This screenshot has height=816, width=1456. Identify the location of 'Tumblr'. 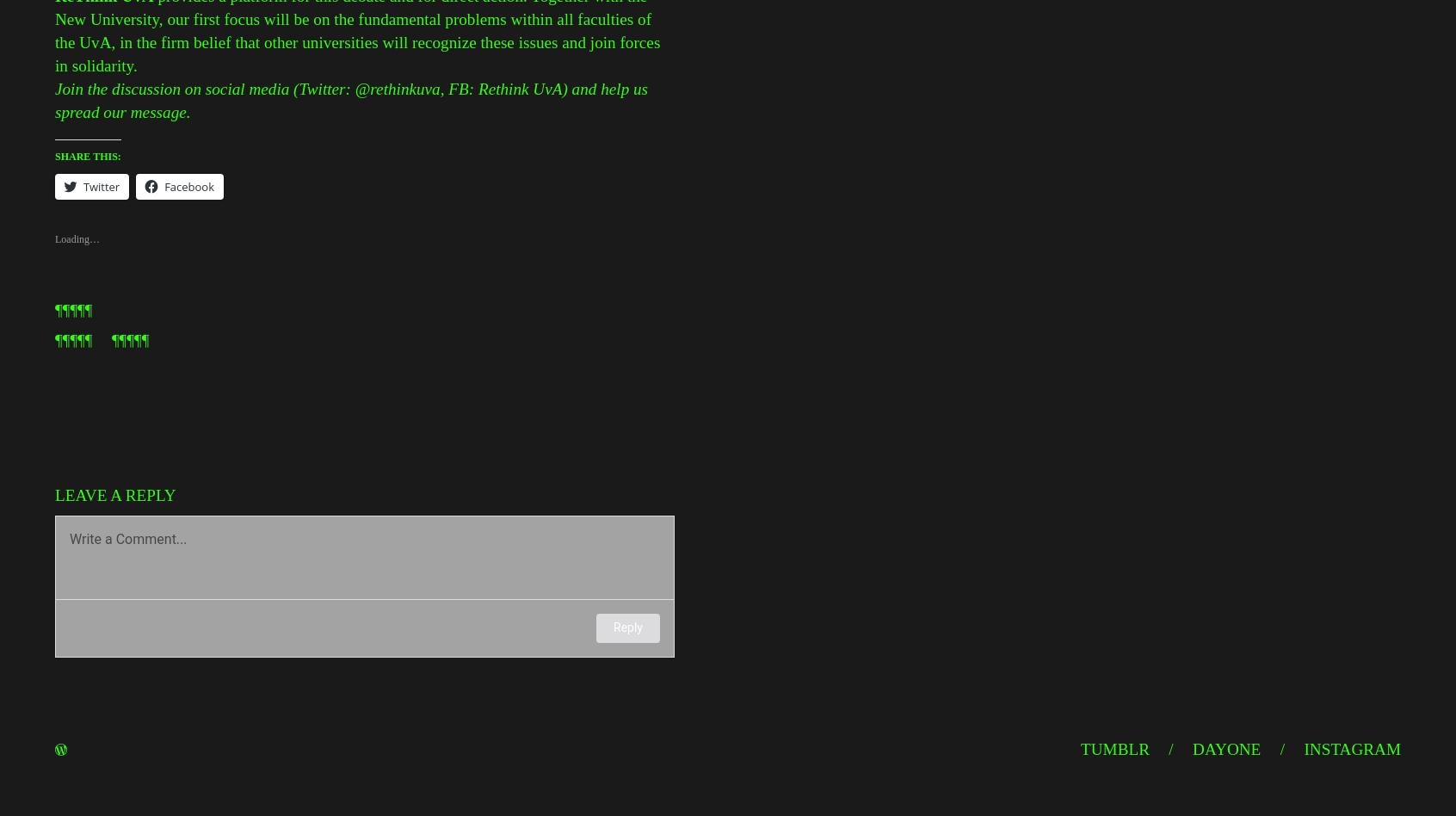
(1114, 748).